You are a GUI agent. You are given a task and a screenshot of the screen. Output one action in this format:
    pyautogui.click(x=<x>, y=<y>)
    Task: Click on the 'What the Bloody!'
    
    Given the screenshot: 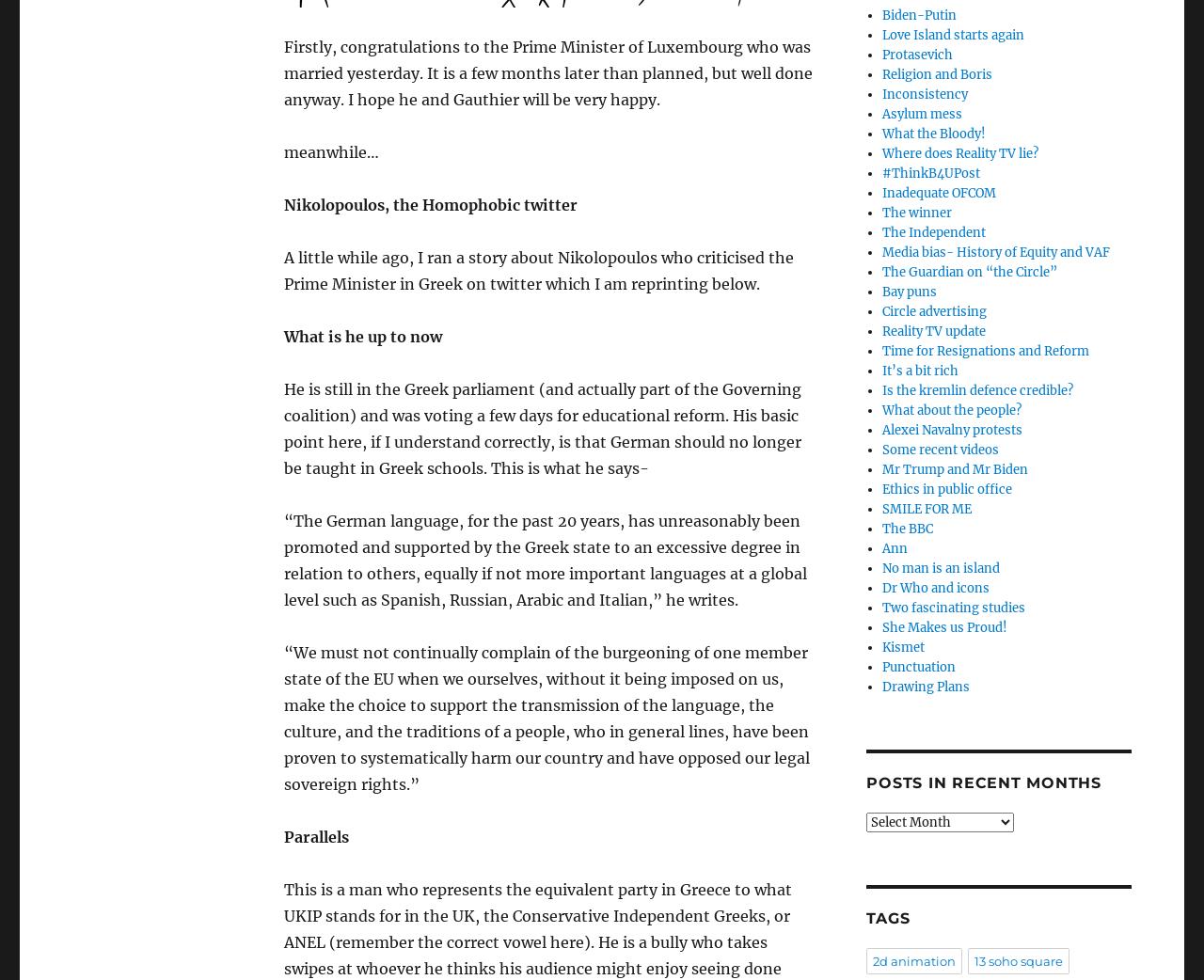 What is the action you would take?
    pyautogui.click(x=933, y=134)
    